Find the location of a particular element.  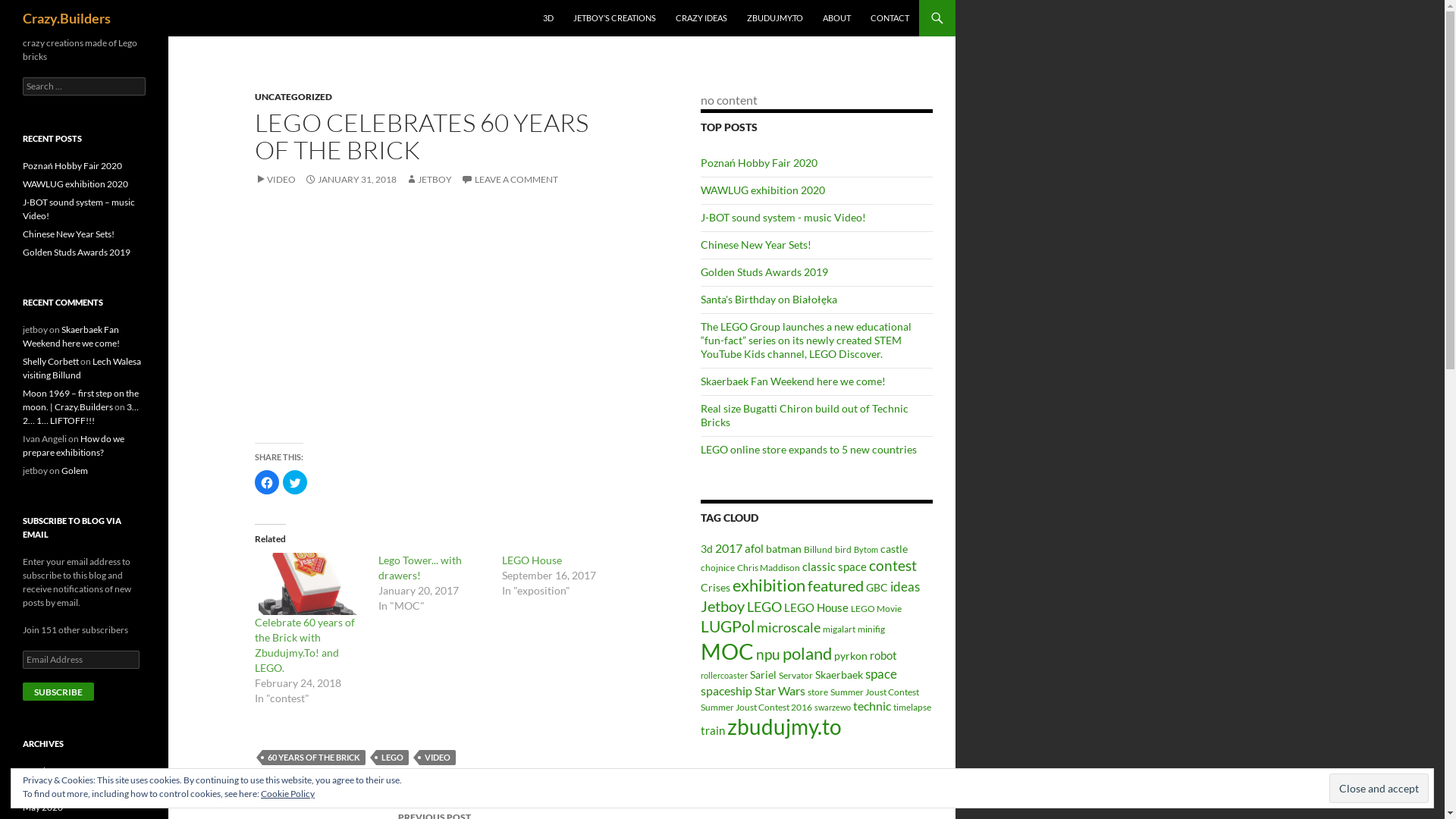

'How do we prepare exhibitions?' is located at coordinates (72, 444).